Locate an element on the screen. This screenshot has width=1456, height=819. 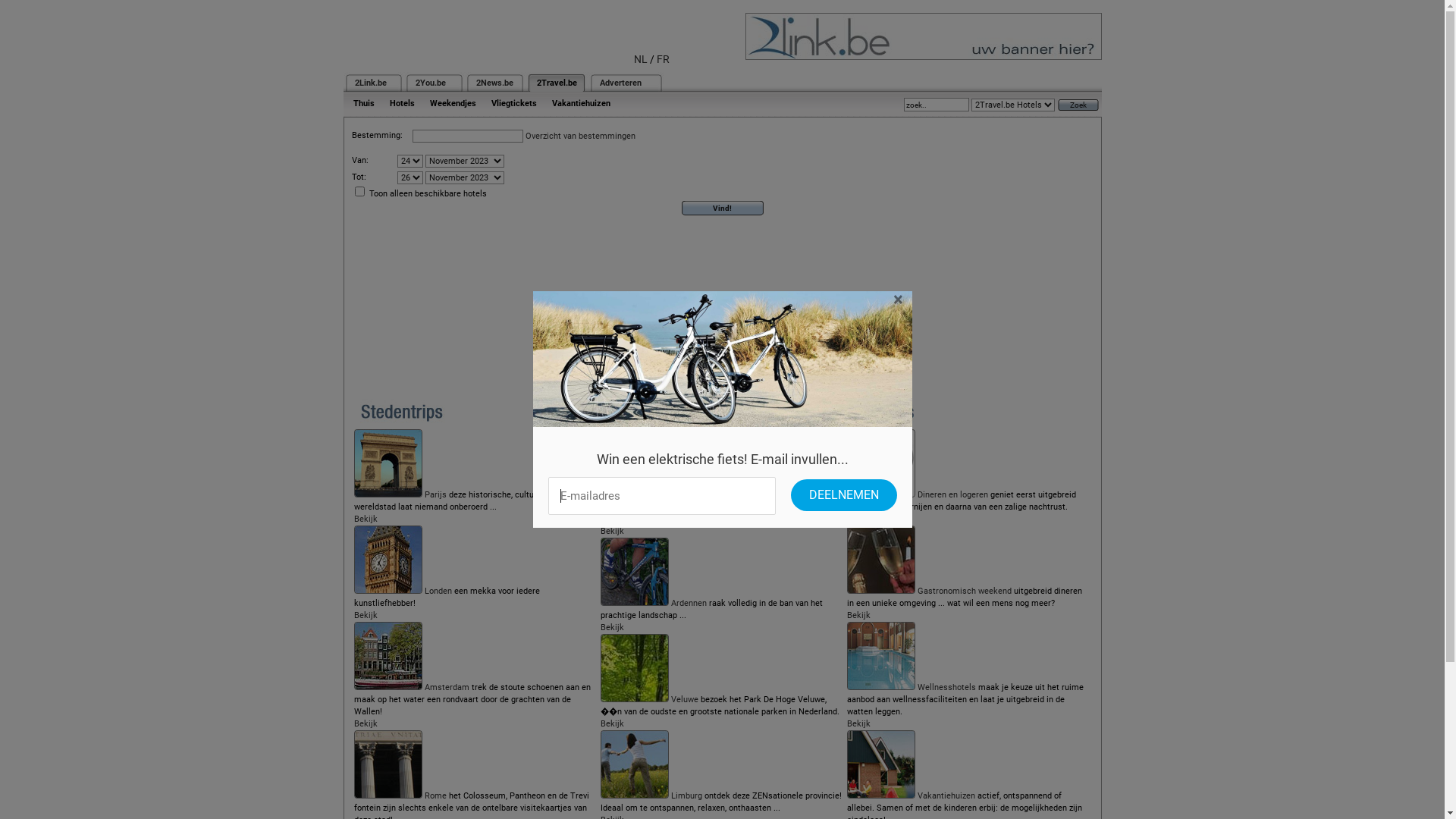
'Vind!' is located at coordinates (722, 208).